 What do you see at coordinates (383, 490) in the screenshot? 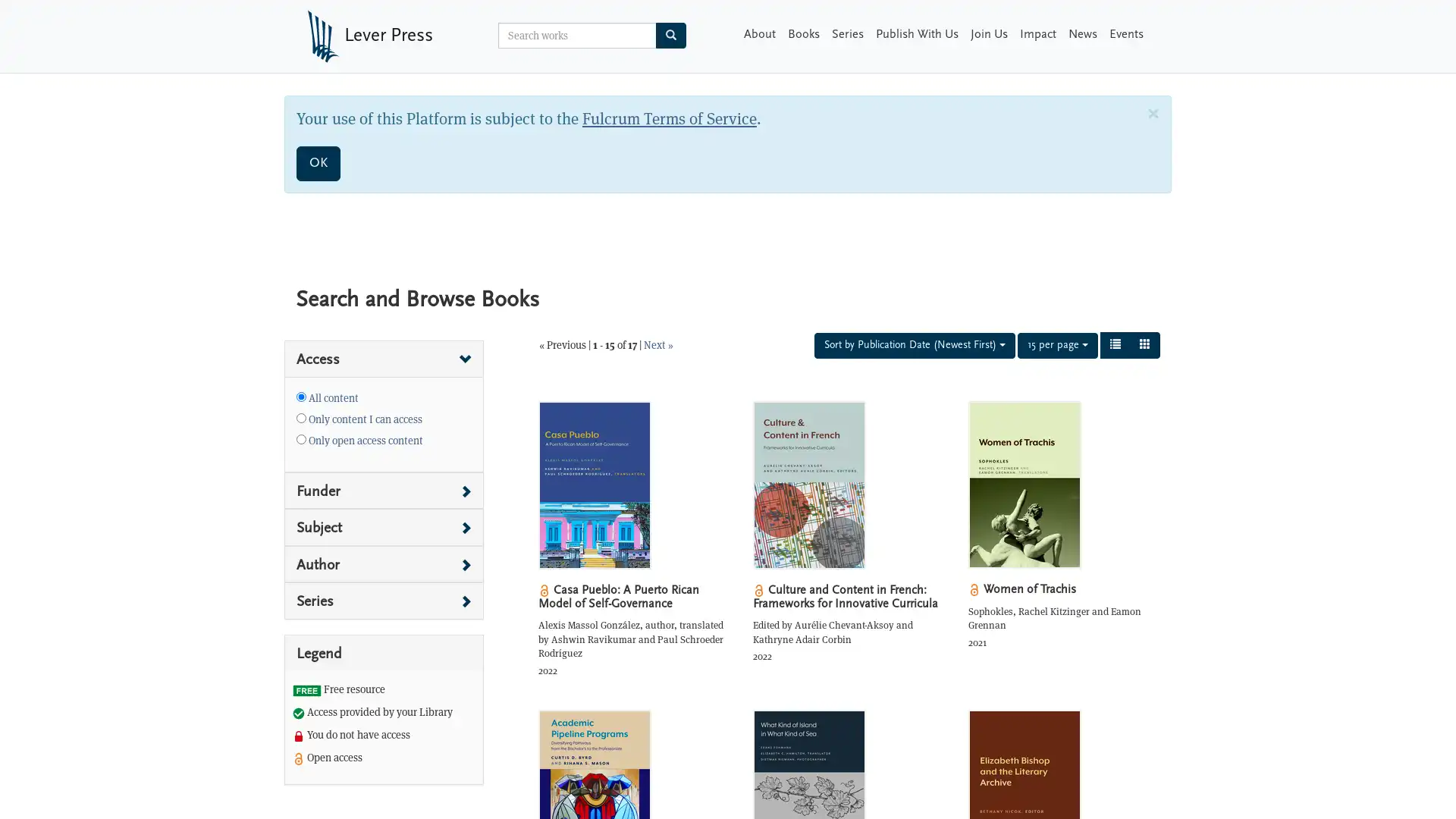
I see `Filter search results by Funder` at bounding box center [383, 490].